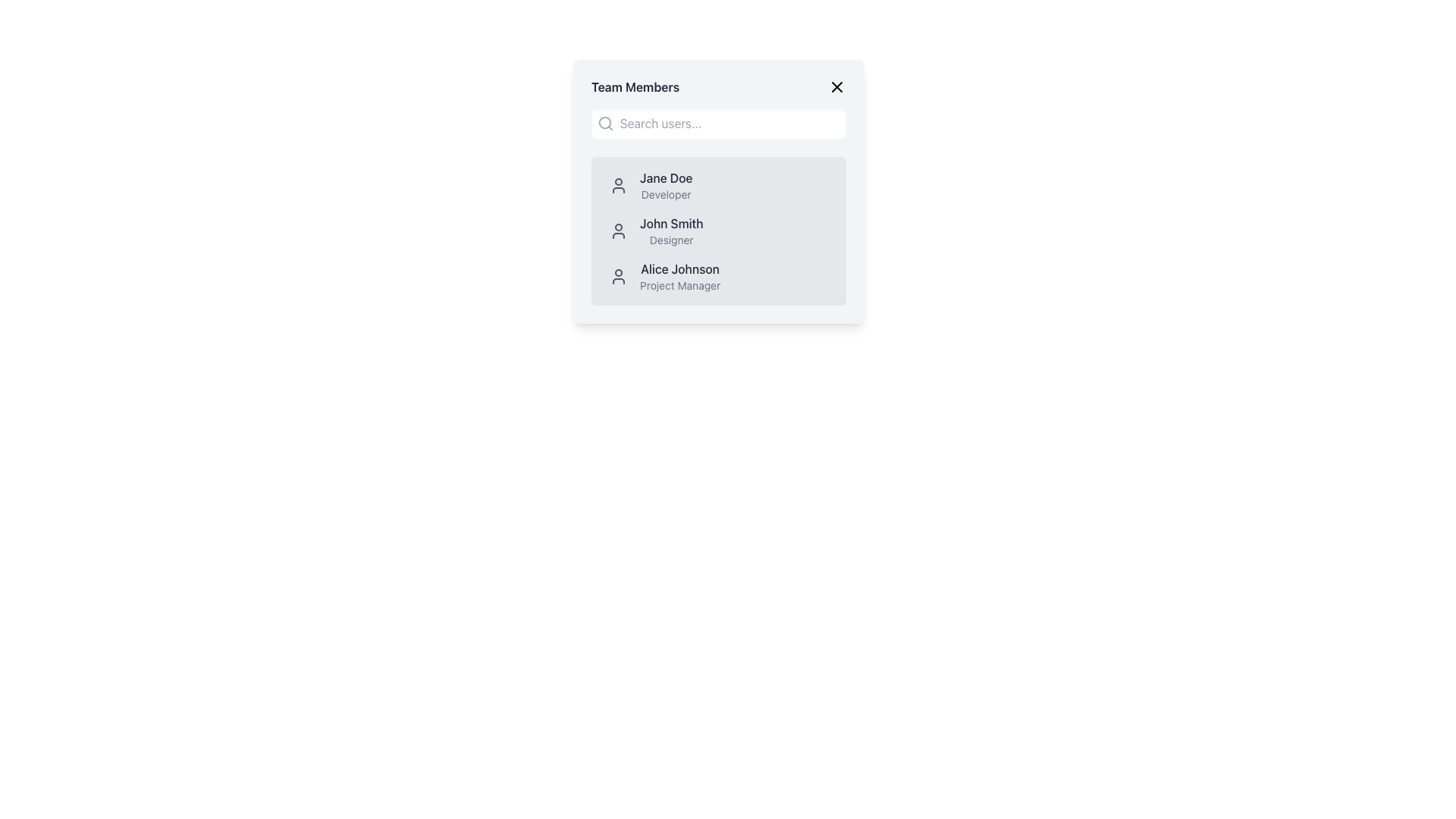 This screenshot has width=1456, height=819. What do you see at coordinates (619, 231) in the screenshot?
I see `the avatar icon representing user 'John Smith'` at bounding box center [619, 231].